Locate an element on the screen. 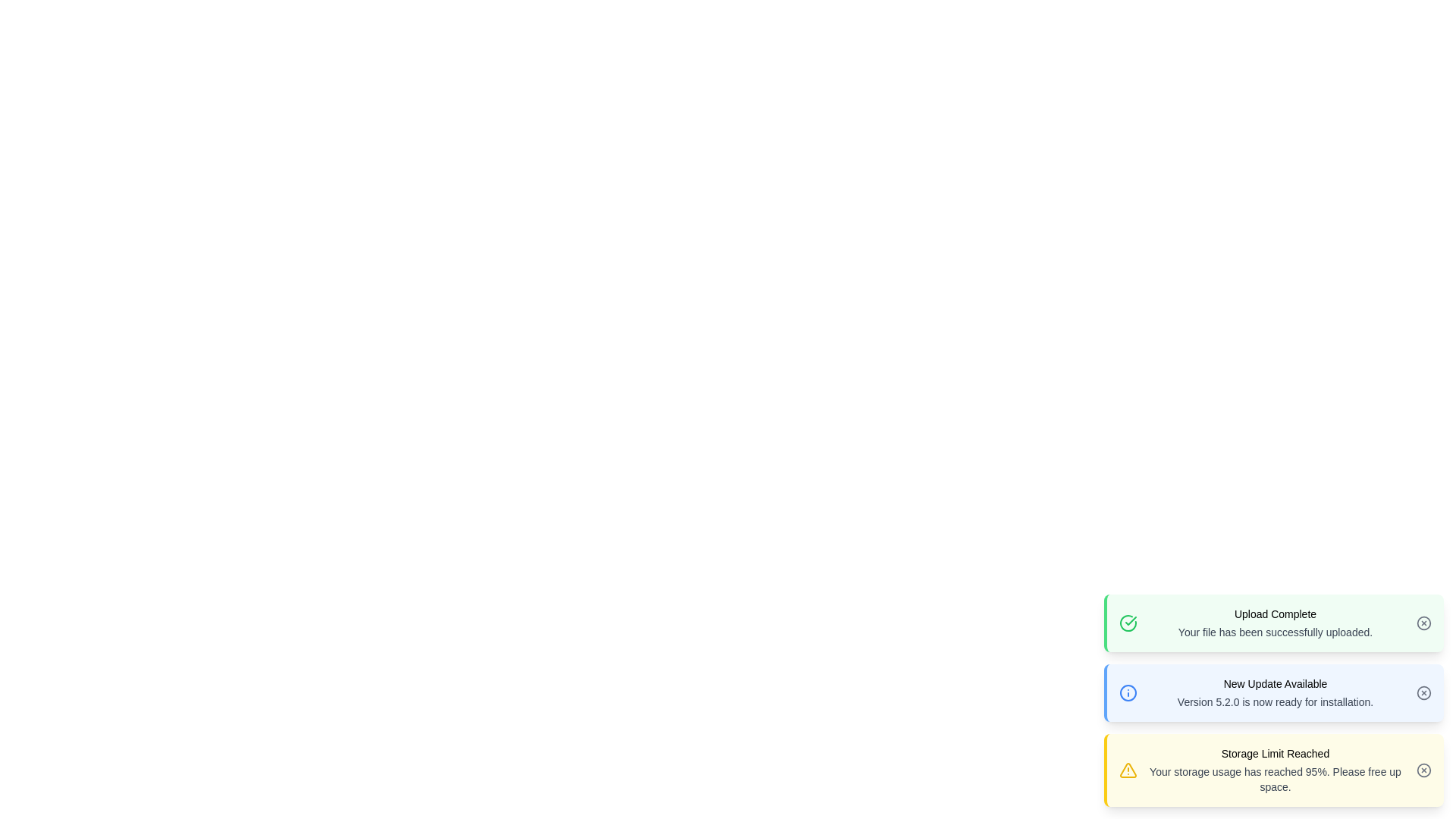 The height and width of the screenshot is (819, 1456). the circular button with an 'X' mark inside, located at the top-right corner of the 'New Update Available' notification is located at coordinates (1423, 693).